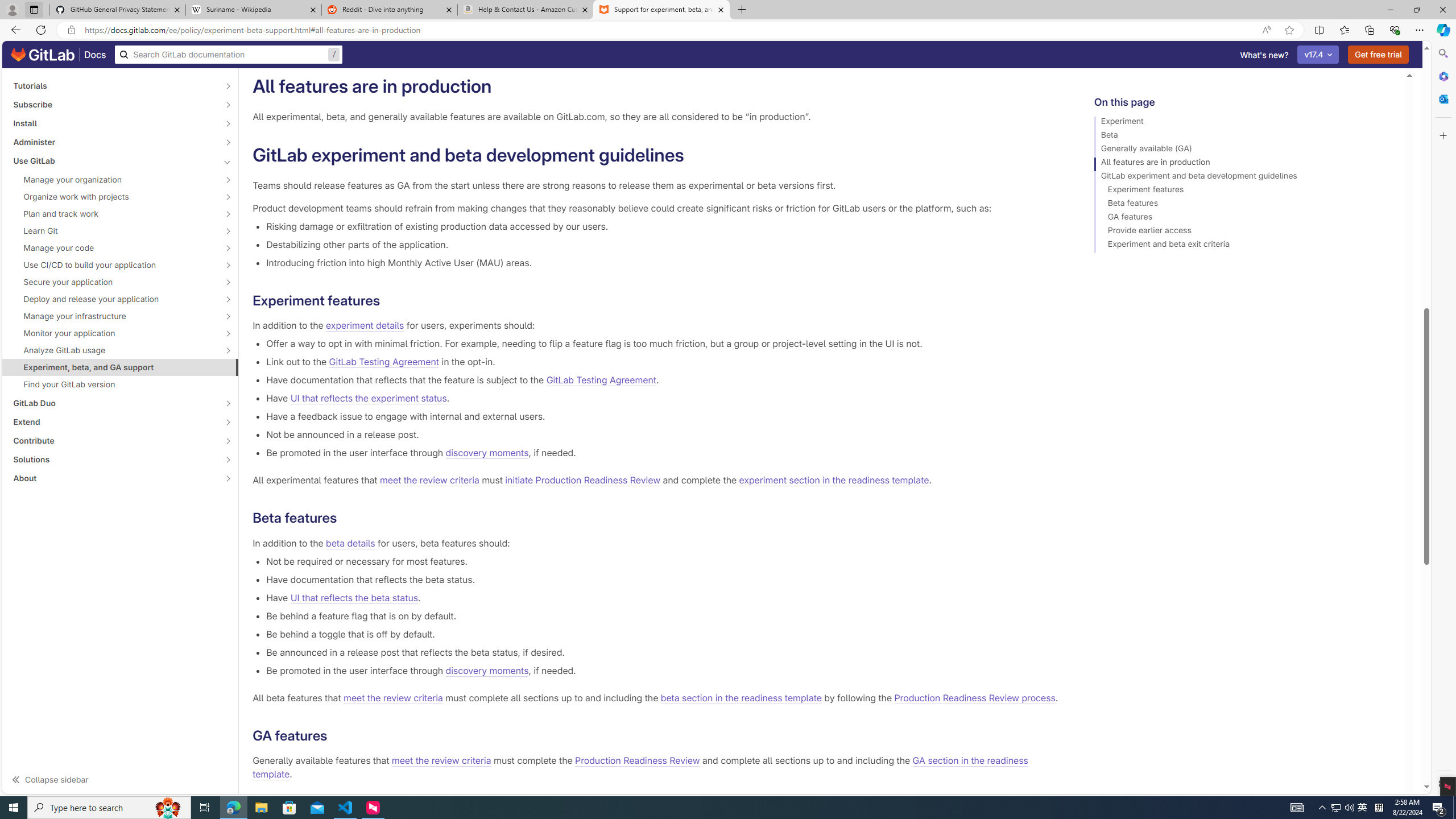  What do you see at coordinates (113, 196) in the screenshot?
I see `'Organize work with projects'` at bounding box center [113, 196].